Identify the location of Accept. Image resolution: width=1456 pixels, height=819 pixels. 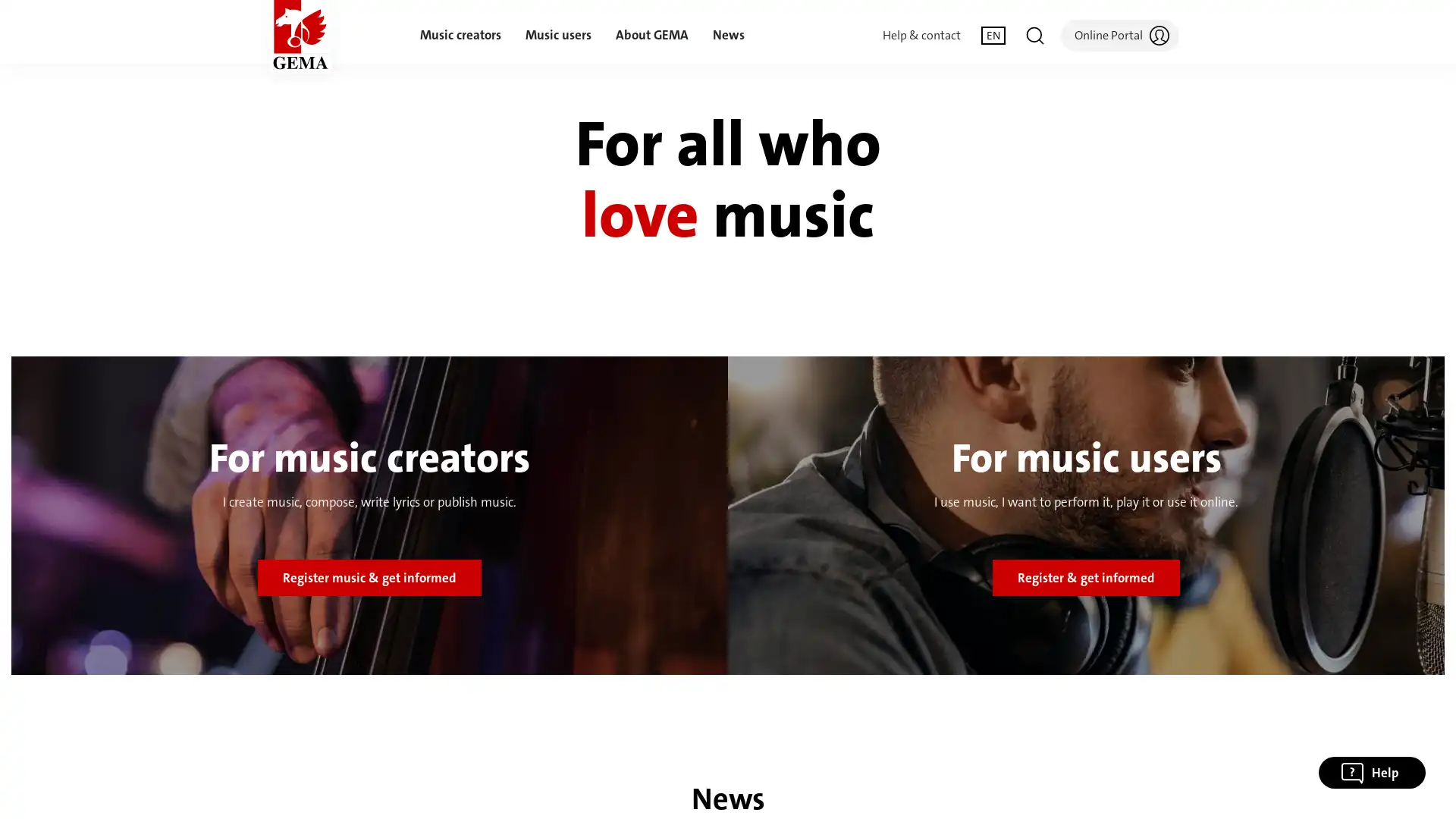
(1145, 723).